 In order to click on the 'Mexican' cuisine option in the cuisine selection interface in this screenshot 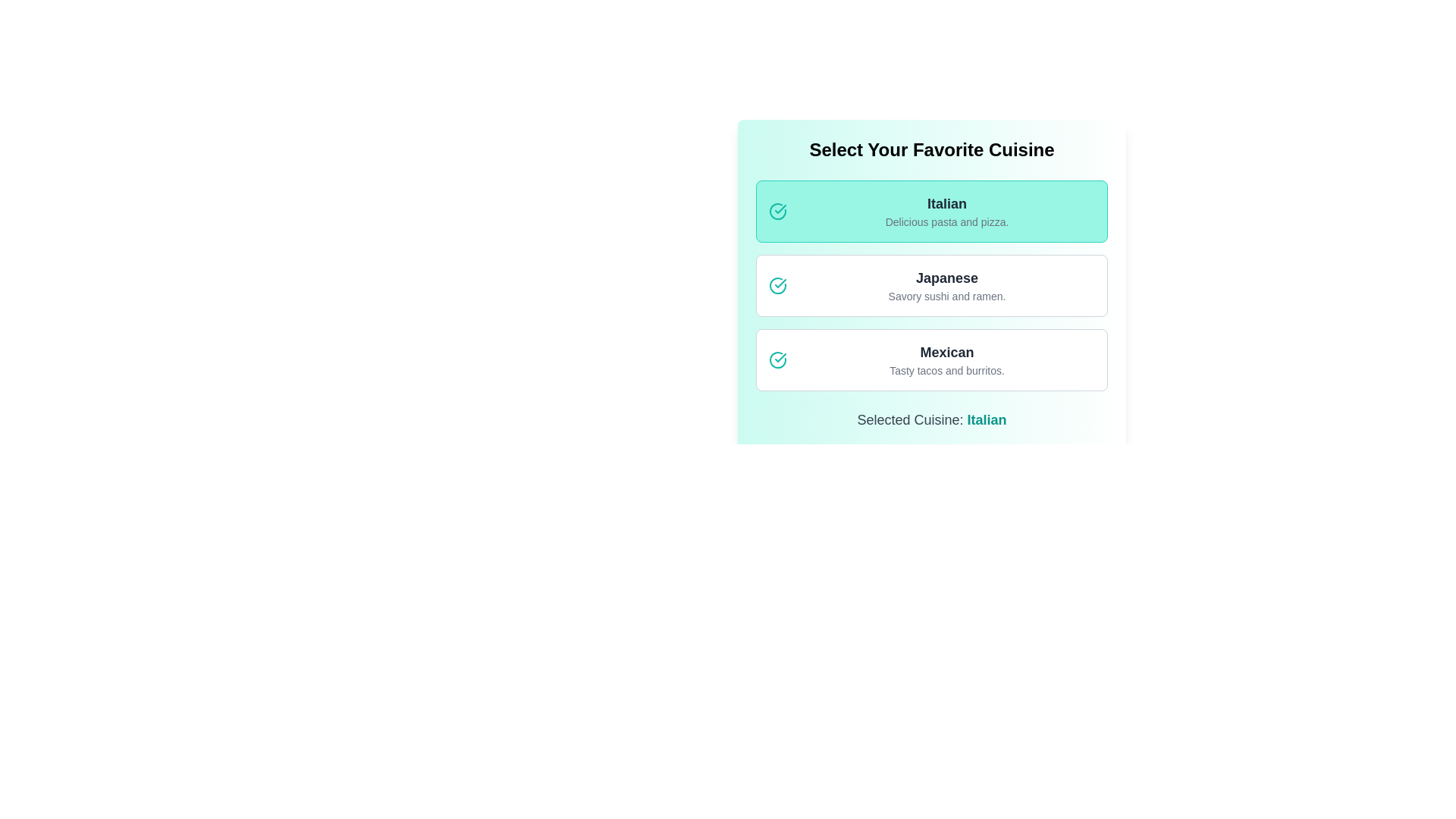, I will do `click(930, 359)`.